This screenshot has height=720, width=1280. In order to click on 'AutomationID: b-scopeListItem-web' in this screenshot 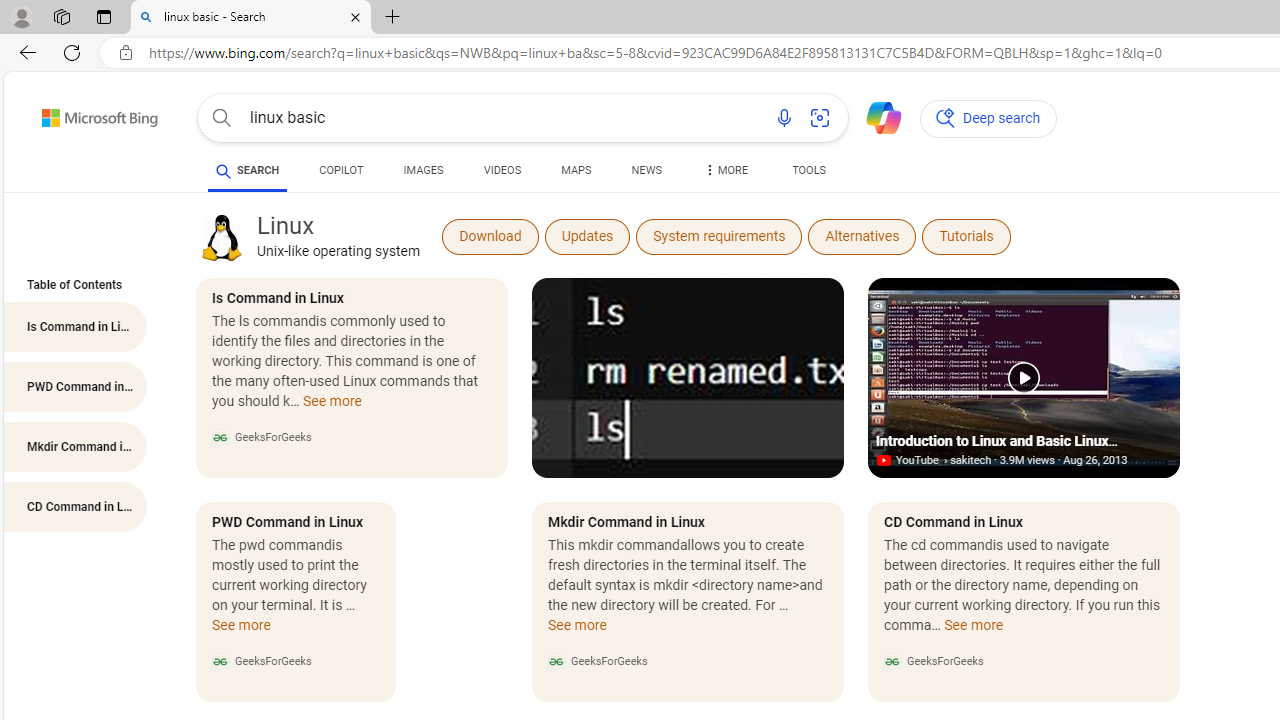, I will do `click(246, 169)`.